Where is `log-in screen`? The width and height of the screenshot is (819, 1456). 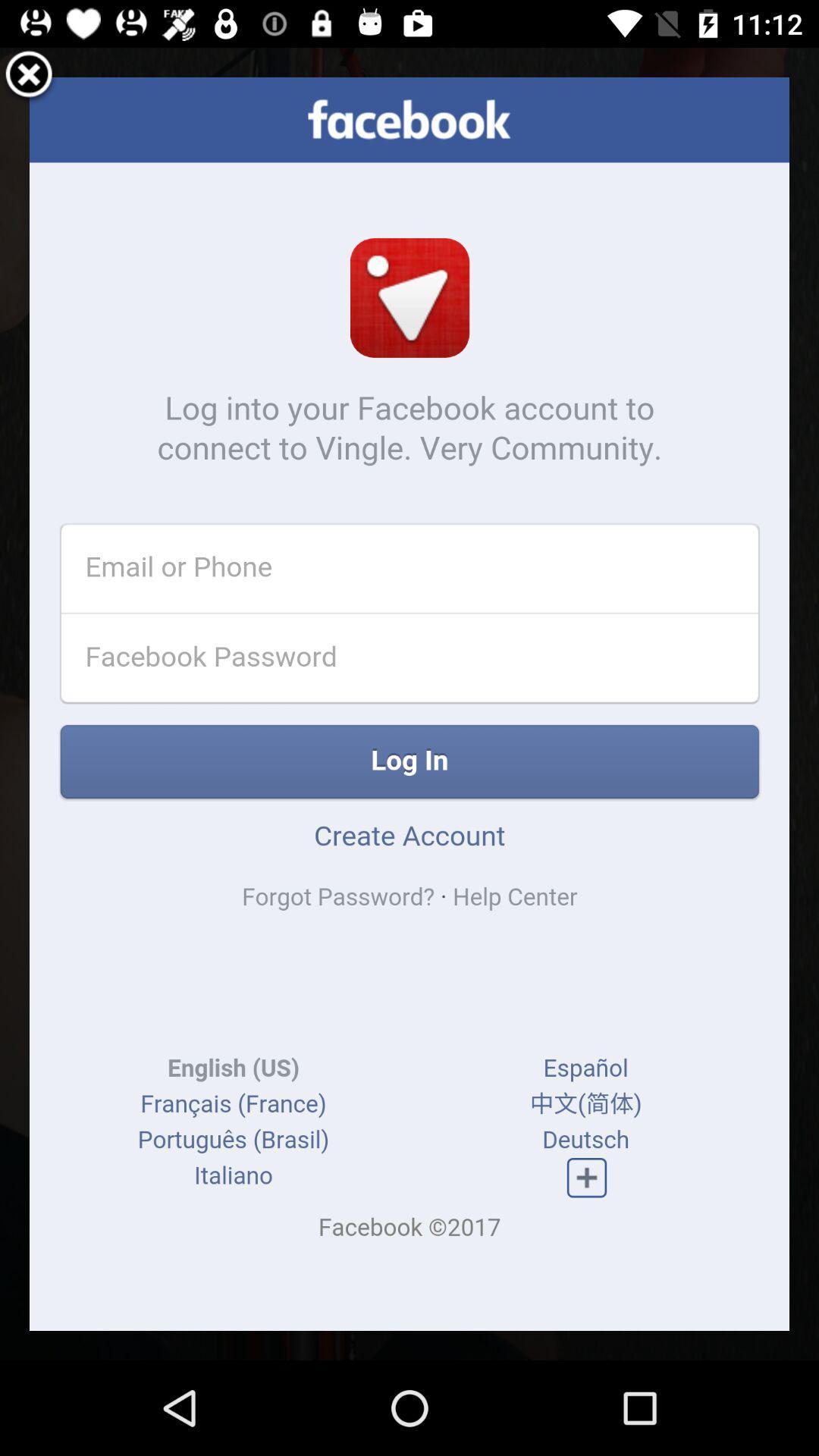
log-in screen is located at coordinates (29, 76).